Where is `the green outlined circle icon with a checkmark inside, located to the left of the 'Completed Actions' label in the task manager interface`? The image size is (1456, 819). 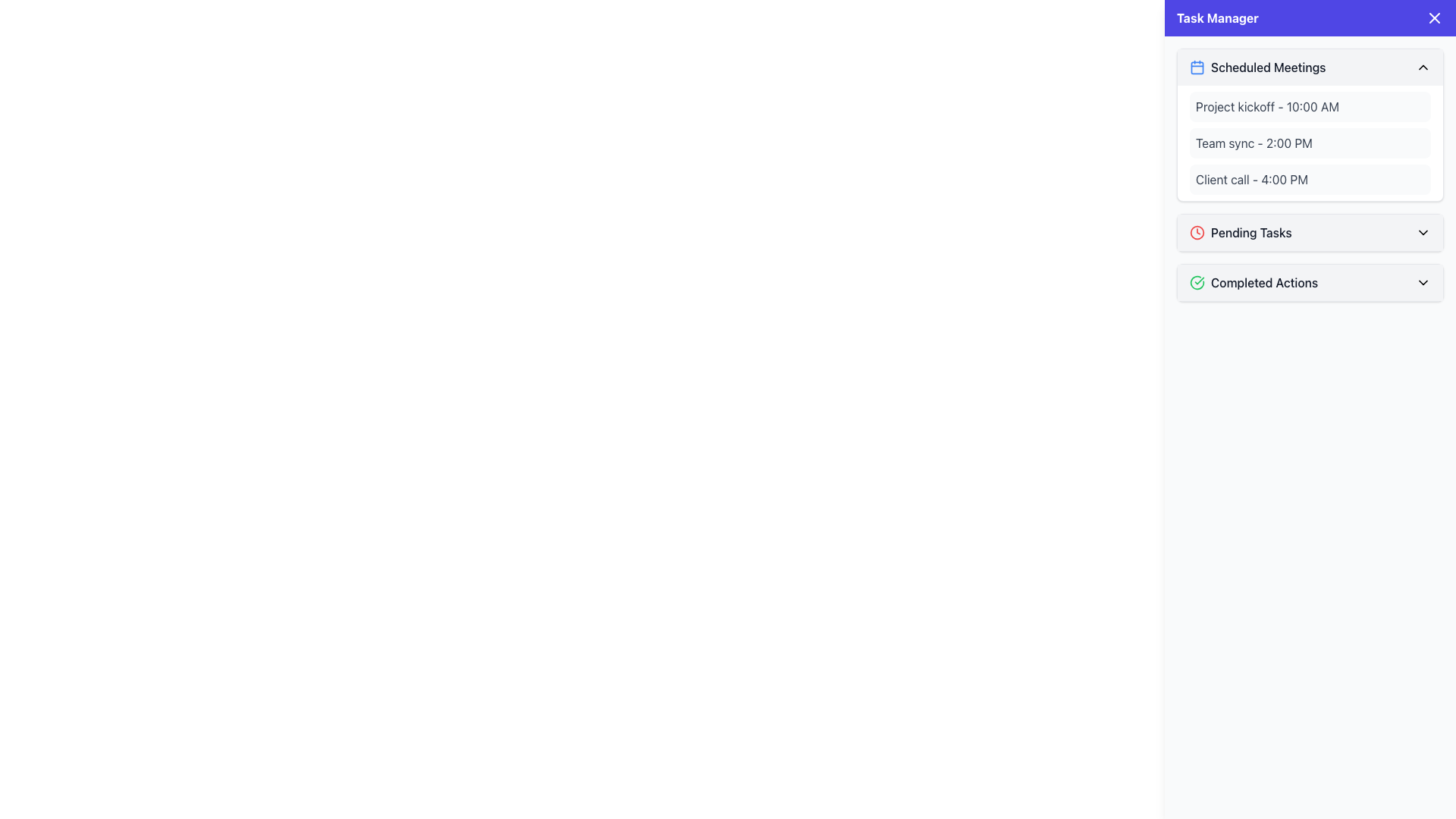
the green outlined circle icon with a checkmark inside, located to the left of the 'Completed Actions' label in the task manager interface is located at coordinates (1197, 283).